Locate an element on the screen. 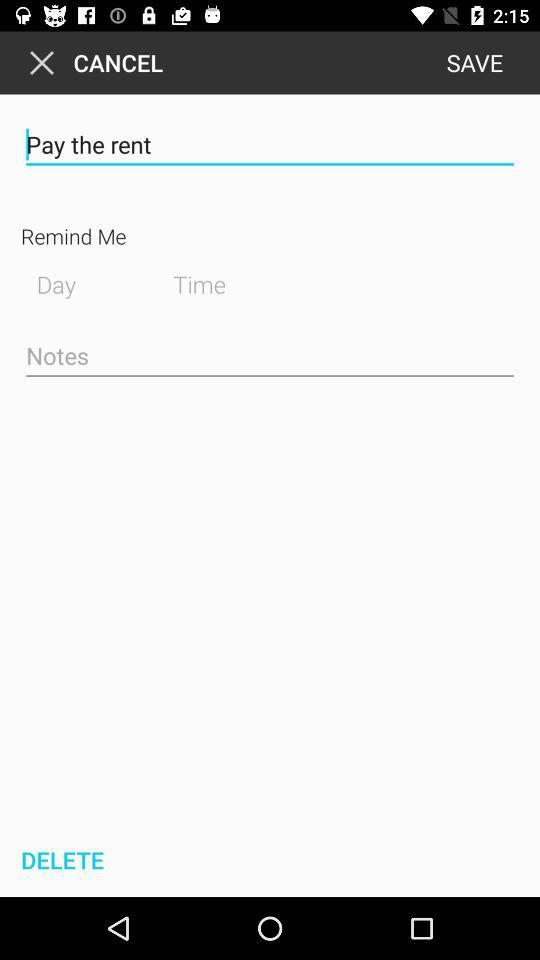 The width and height of the screenshot is (540, 960). note is located at coordinates (270, 357).